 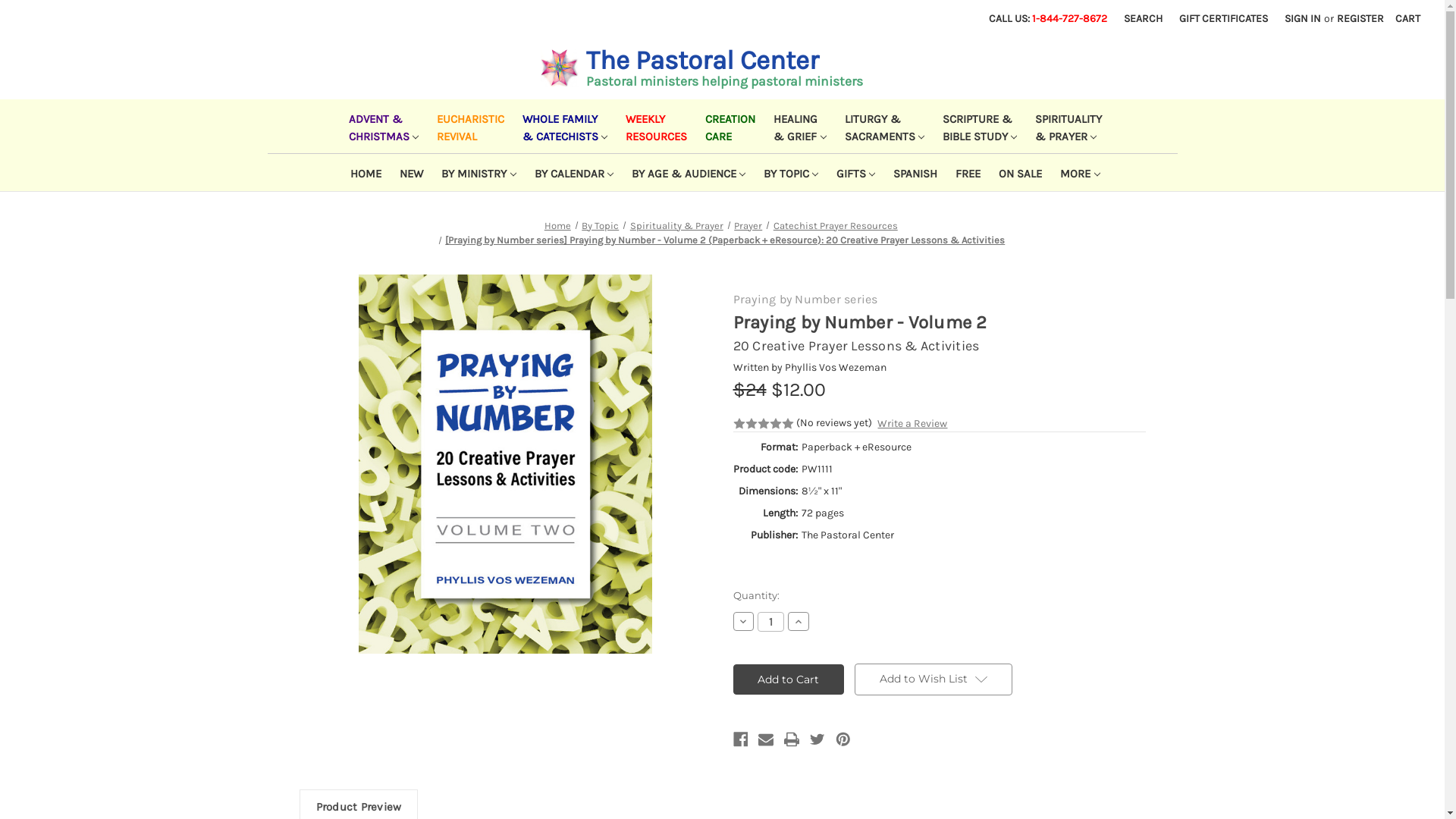 I want to click on 'GIFT CERTIFICATES', so click(x=1223, y=18).